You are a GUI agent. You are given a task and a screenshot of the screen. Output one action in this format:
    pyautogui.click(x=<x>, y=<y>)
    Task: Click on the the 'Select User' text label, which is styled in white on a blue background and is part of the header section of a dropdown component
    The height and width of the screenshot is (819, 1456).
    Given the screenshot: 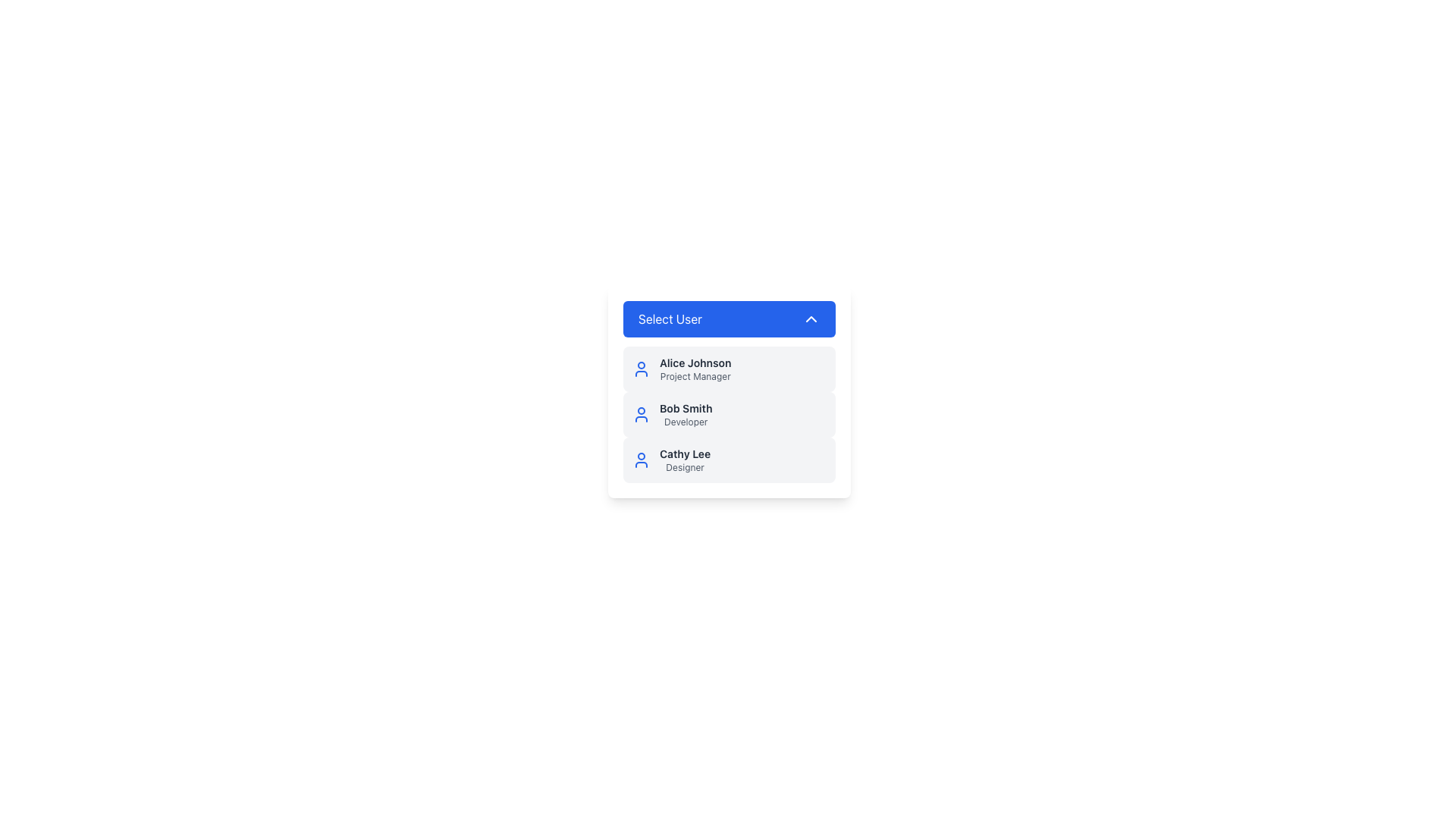 What is the action you would take?
    pyautogui.click(x=669, y=318)
    